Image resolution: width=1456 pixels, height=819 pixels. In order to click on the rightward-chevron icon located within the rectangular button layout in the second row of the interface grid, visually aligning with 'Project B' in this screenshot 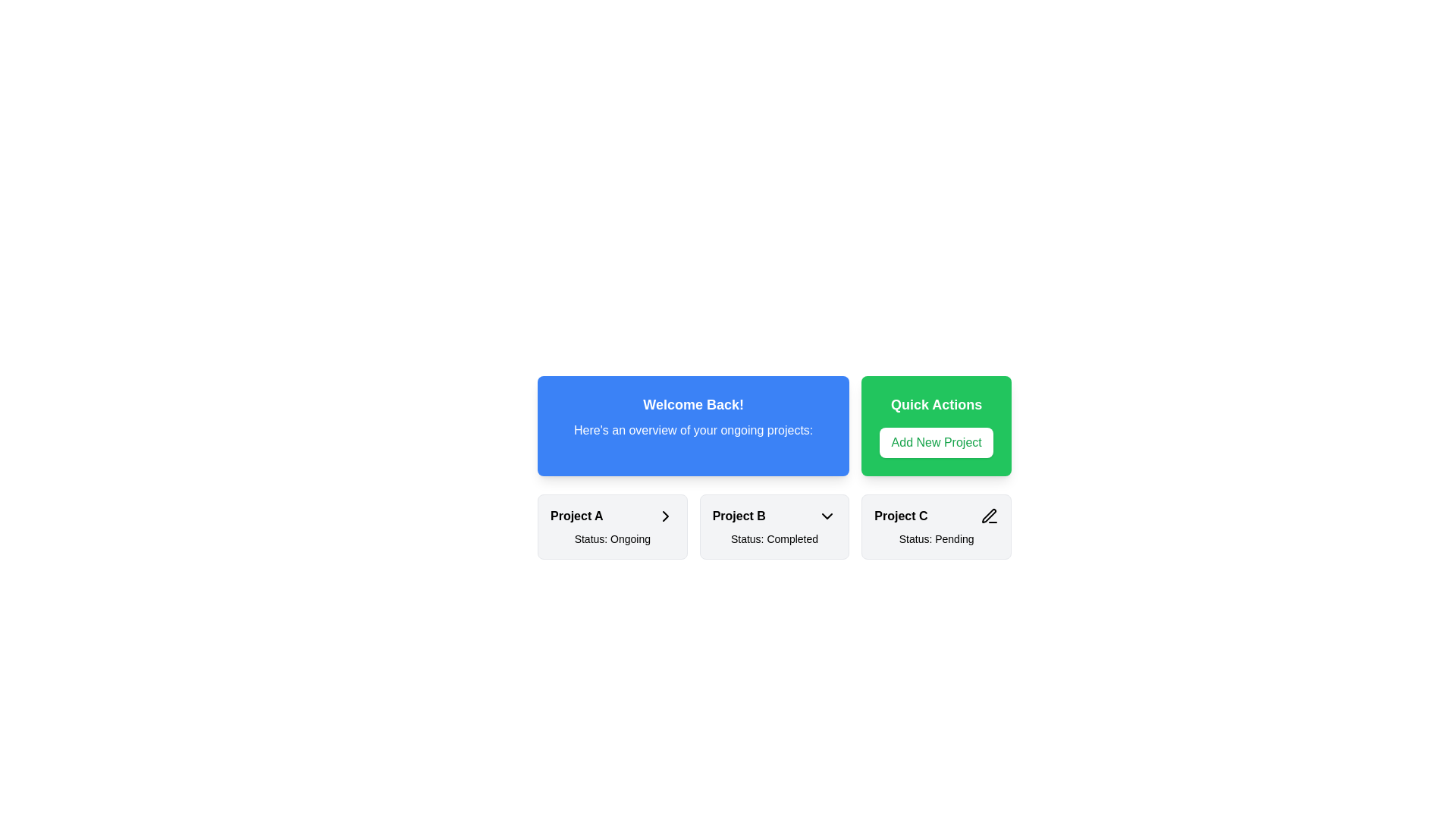, I will do `click(665, 516)`.